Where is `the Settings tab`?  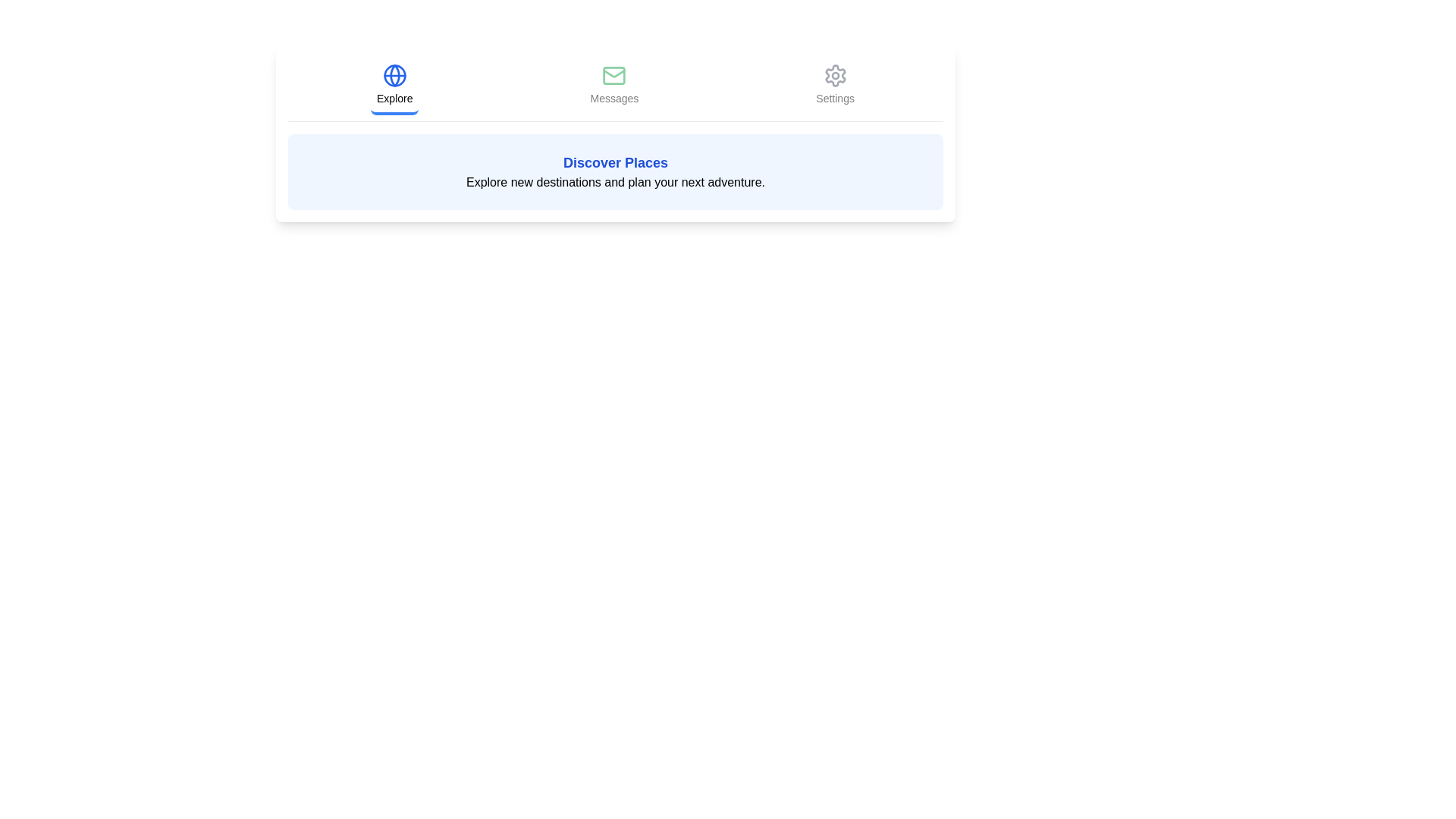
the Settings tab is located at coordinates (834, 86).